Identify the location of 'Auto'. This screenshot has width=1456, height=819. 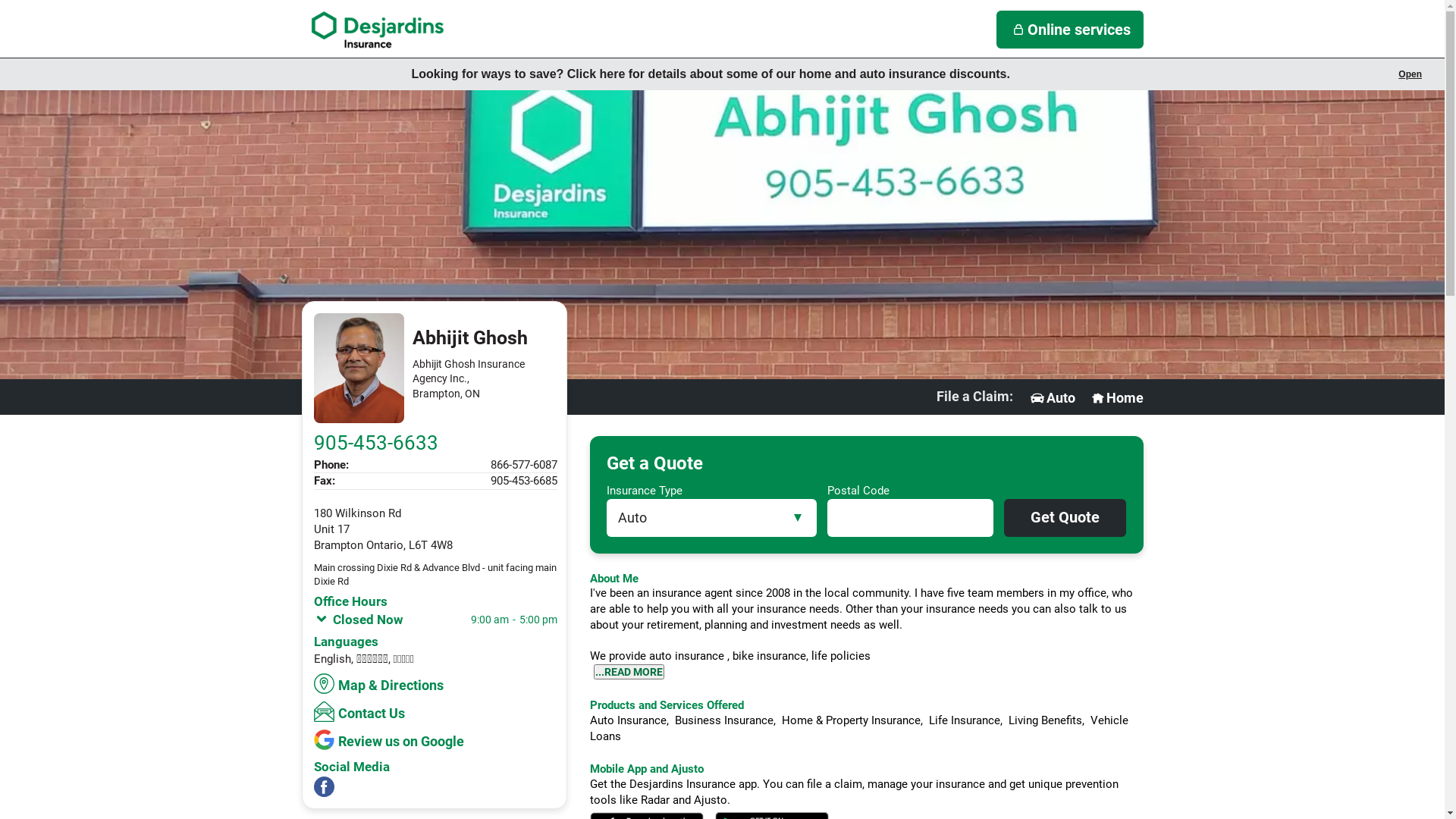
(1051, 397).